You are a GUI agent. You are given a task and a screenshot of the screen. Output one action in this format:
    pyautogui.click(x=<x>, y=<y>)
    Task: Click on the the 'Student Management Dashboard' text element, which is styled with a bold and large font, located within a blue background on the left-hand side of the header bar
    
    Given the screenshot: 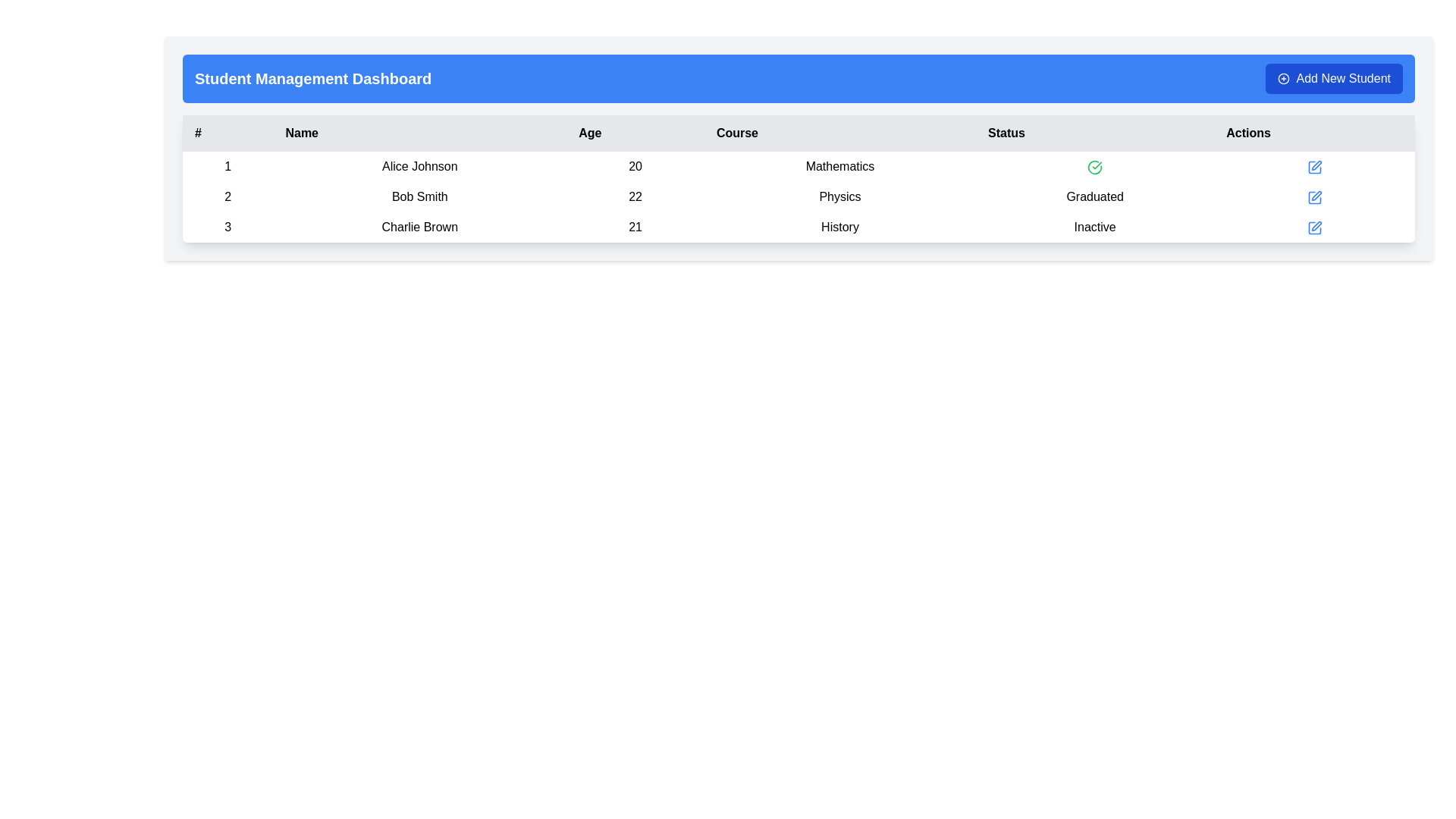 What is the action you would take?
    pyautogui.click(x=312, y=79)
    